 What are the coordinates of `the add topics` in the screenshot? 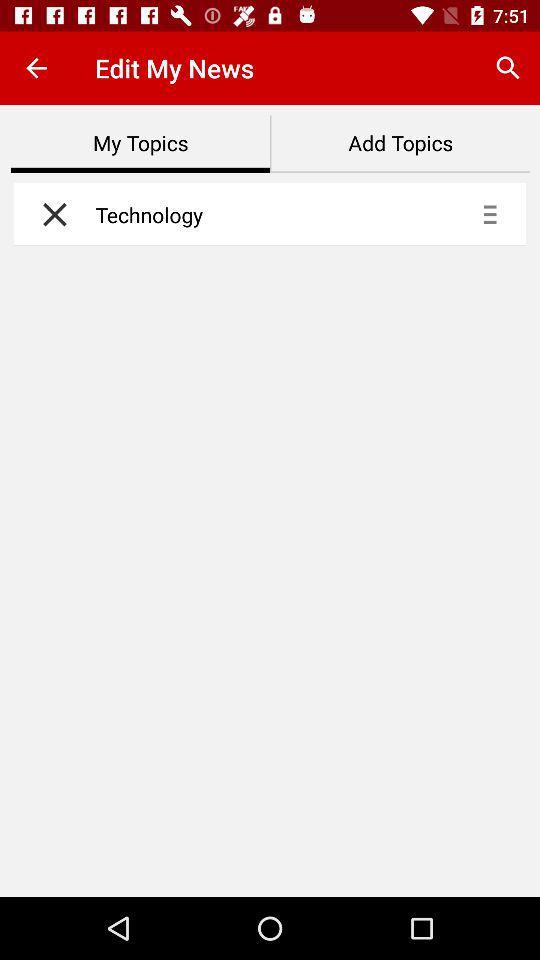 It's located at (400, 143).